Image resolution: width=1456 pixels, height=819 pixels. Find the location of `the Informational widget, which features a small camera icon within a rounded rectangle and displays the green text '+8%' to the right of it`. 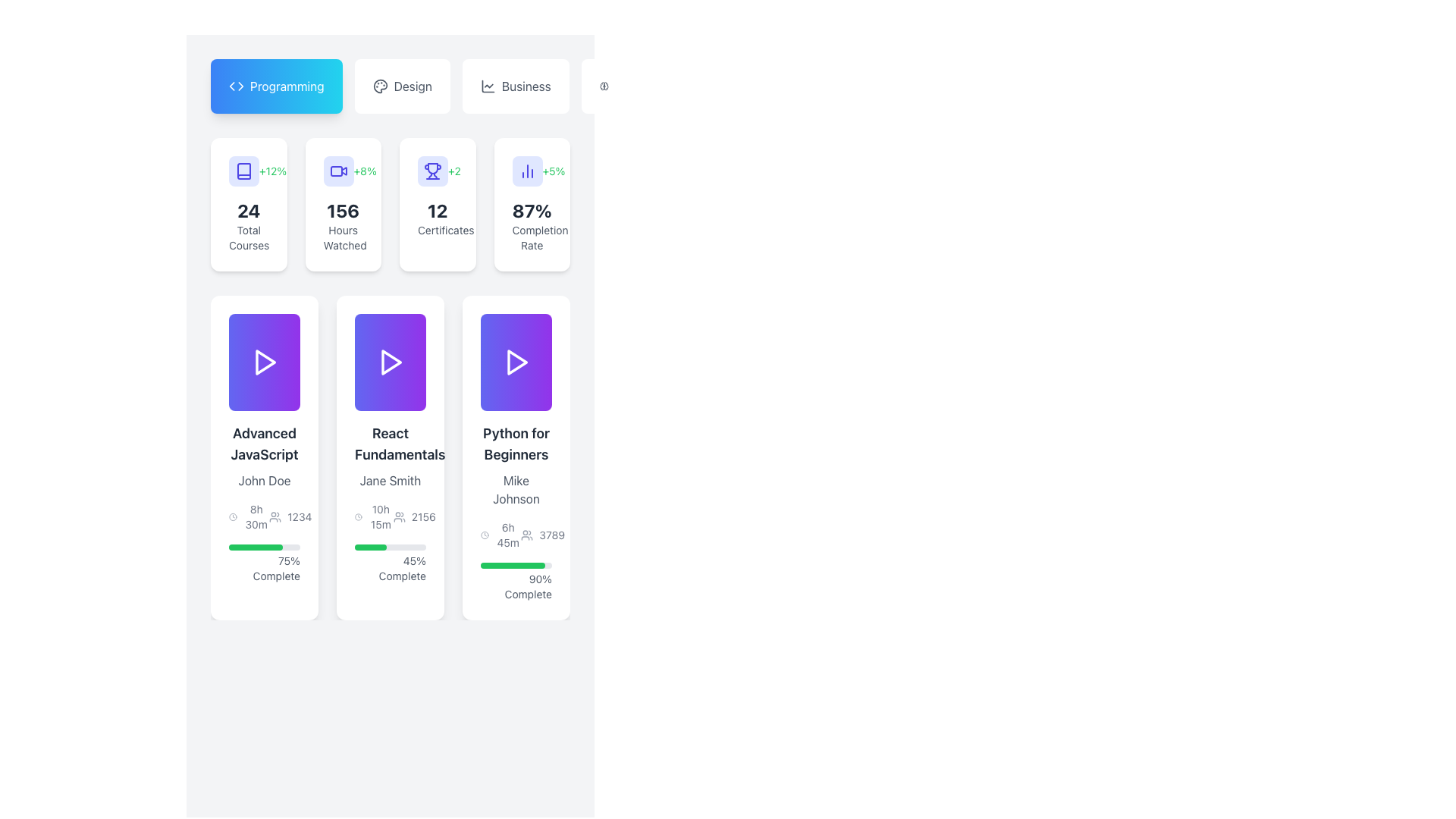

the Informational widget, which features a small camera icon within a rounded rectangle and displays the green text '+8%' to the right of it is located at coordinates (342, 171).